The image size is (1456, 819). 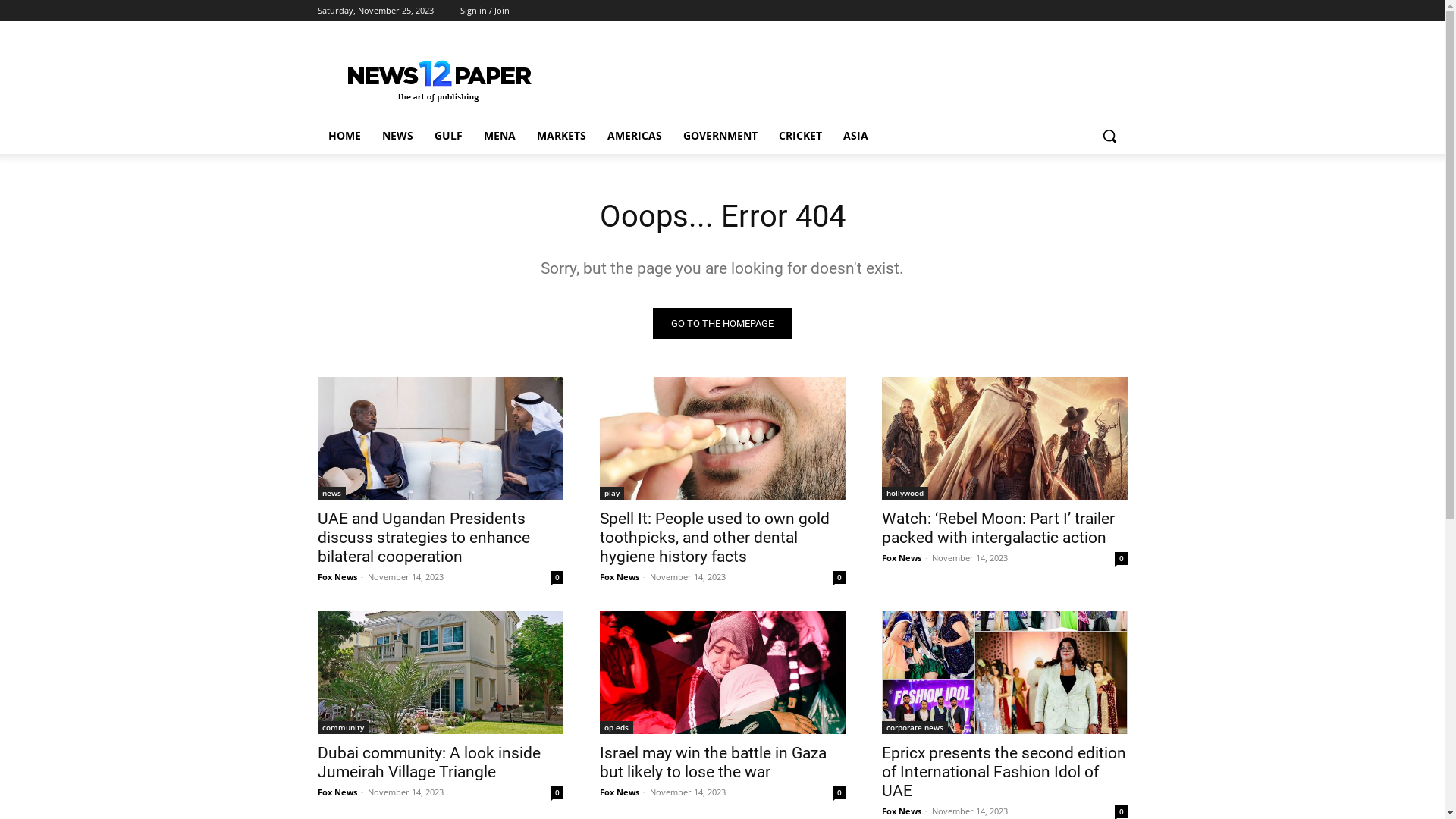 What do you see at coordinates (343, 134) in the screenshot?
I see `'HOME'` at bounding box center [343, 134].